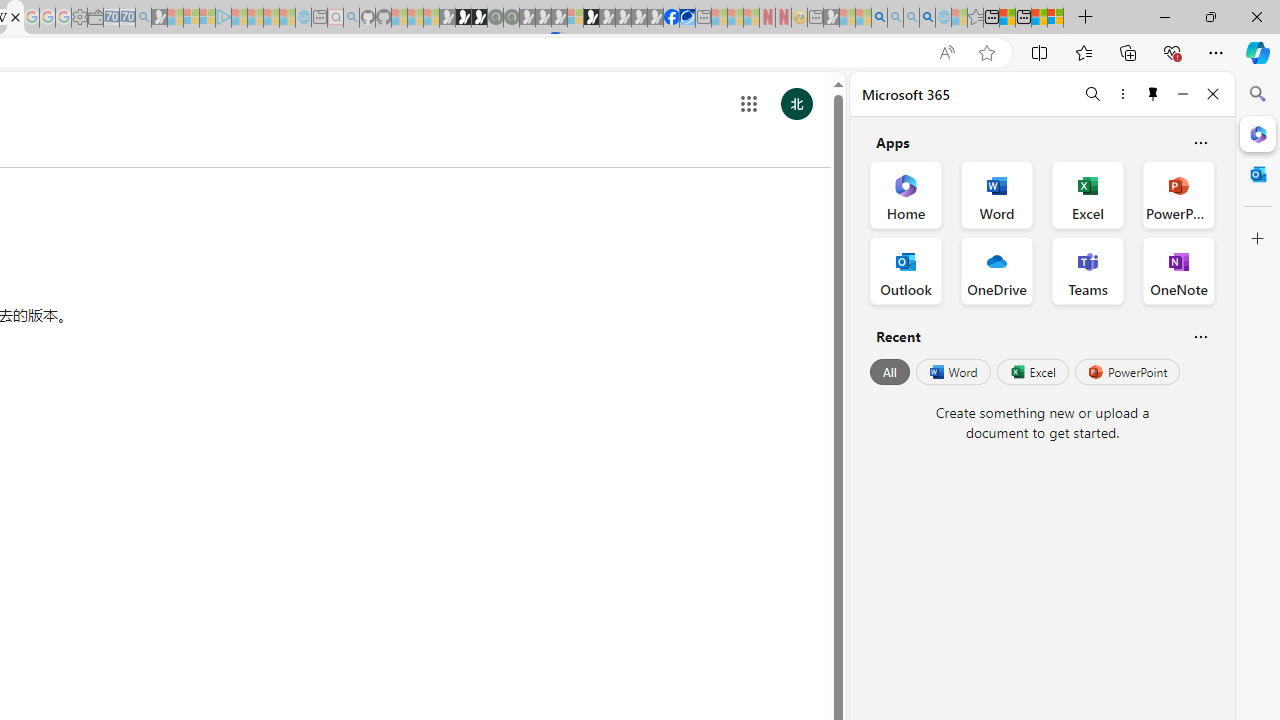 This screenshot has height=720, width=1280. I want to click on 'Close Outlook pane', so click(1257, 173).